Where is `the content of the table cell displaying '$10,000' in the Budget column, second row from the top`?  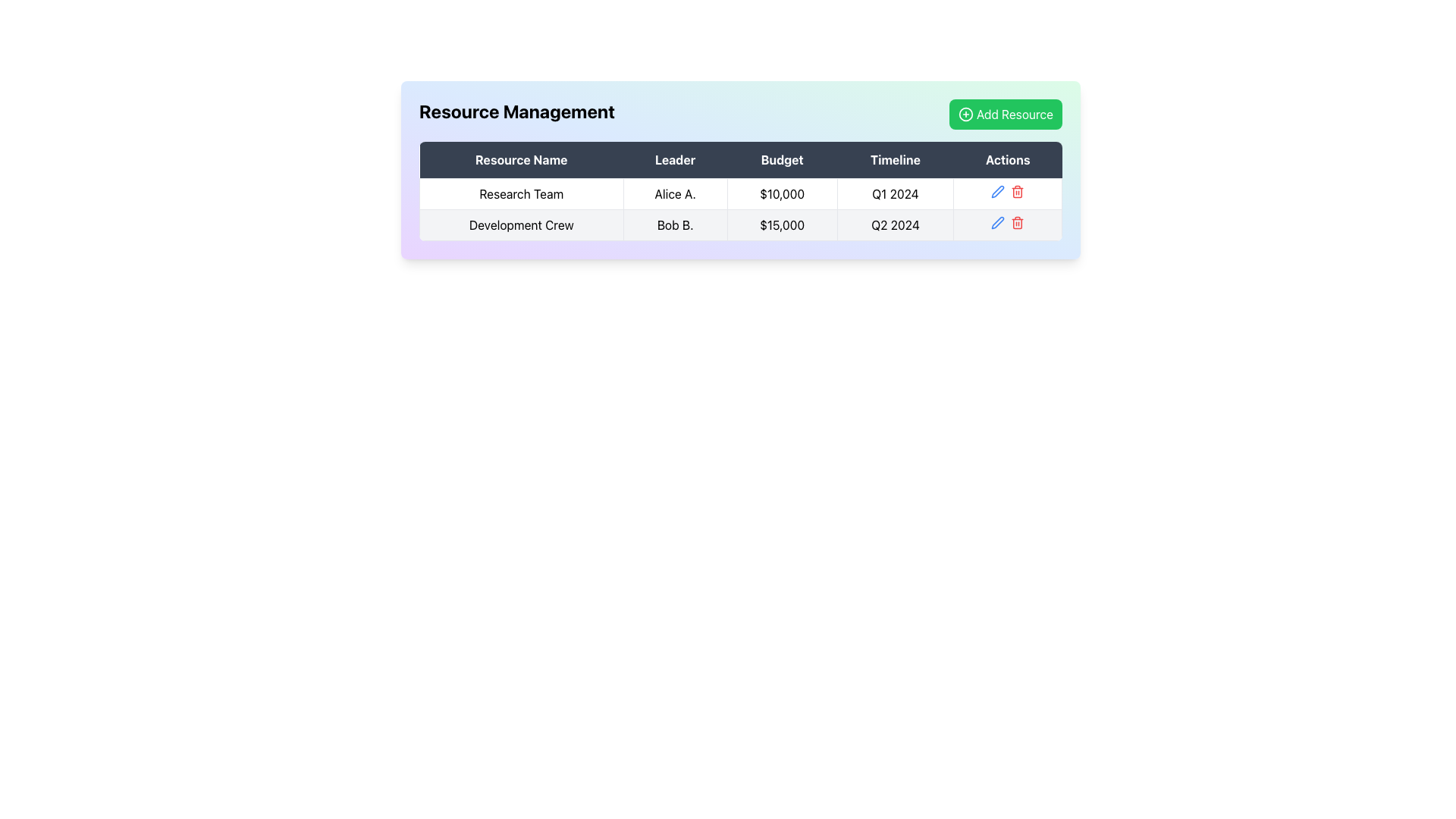 the content of the table cell displaying '$10,000' in the Budget column, second row from the top is located at coordinates (741, 209).